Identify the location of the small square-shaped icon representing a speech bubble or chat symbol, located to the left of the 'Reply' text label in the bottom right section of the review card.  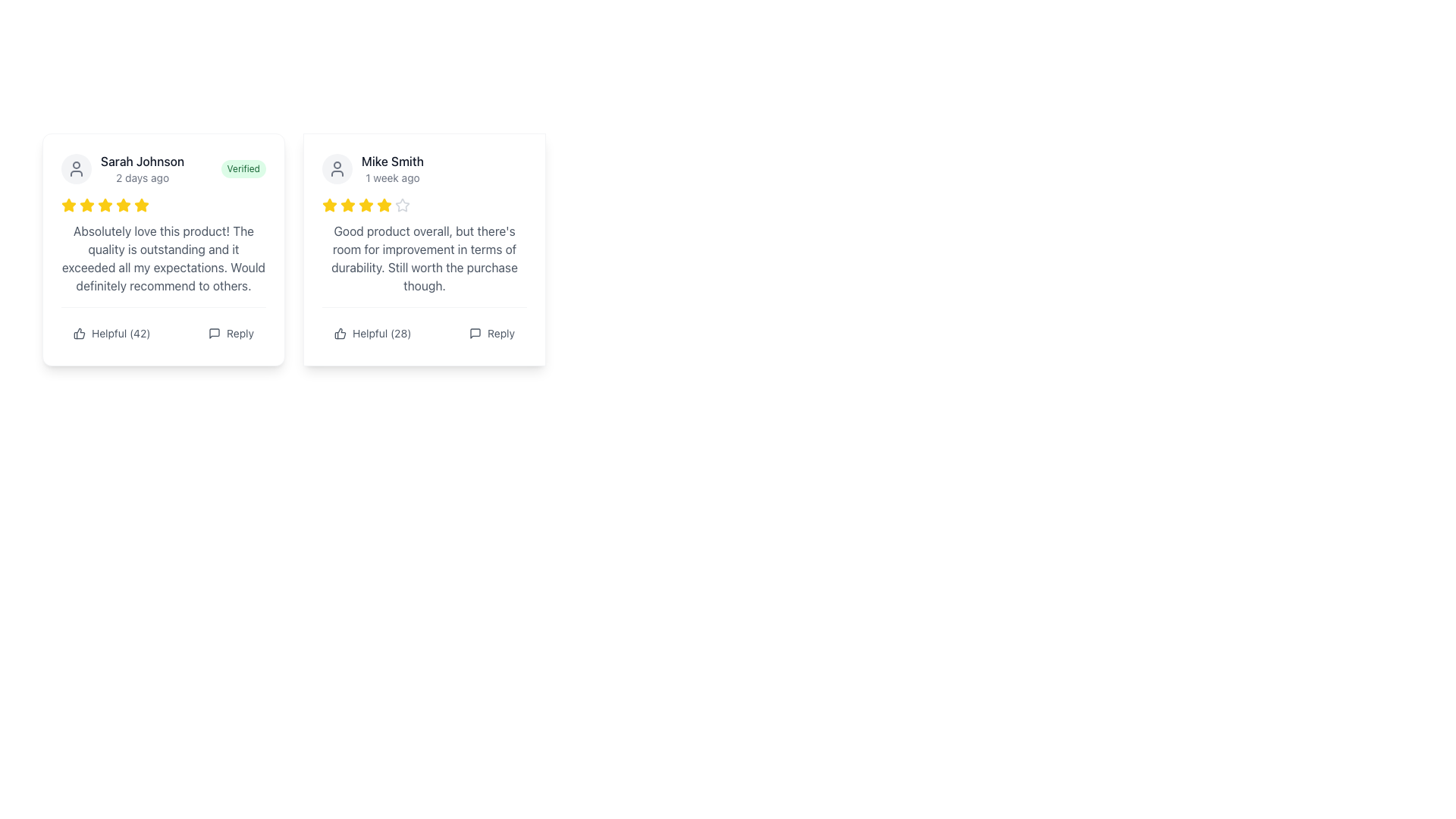
(475, 332).